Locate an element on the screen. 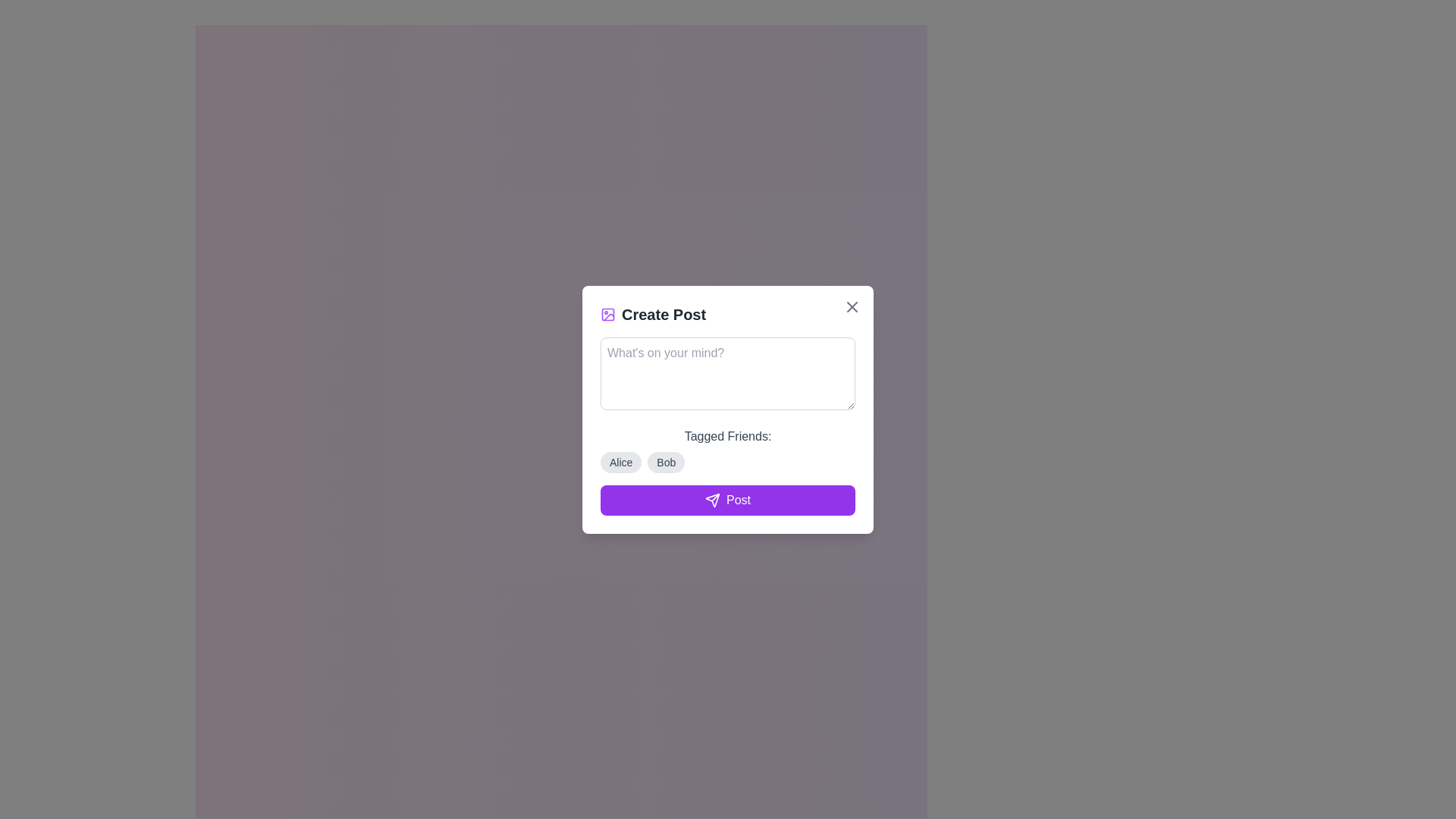 The width and height of the screenshot is (1456, 819). the non-interactive button-like label component displaying the text 'Alice' with a light gray background, located beneath 'Tagged Friends:' in the modal dialog box is located at coordinates (621, 461).